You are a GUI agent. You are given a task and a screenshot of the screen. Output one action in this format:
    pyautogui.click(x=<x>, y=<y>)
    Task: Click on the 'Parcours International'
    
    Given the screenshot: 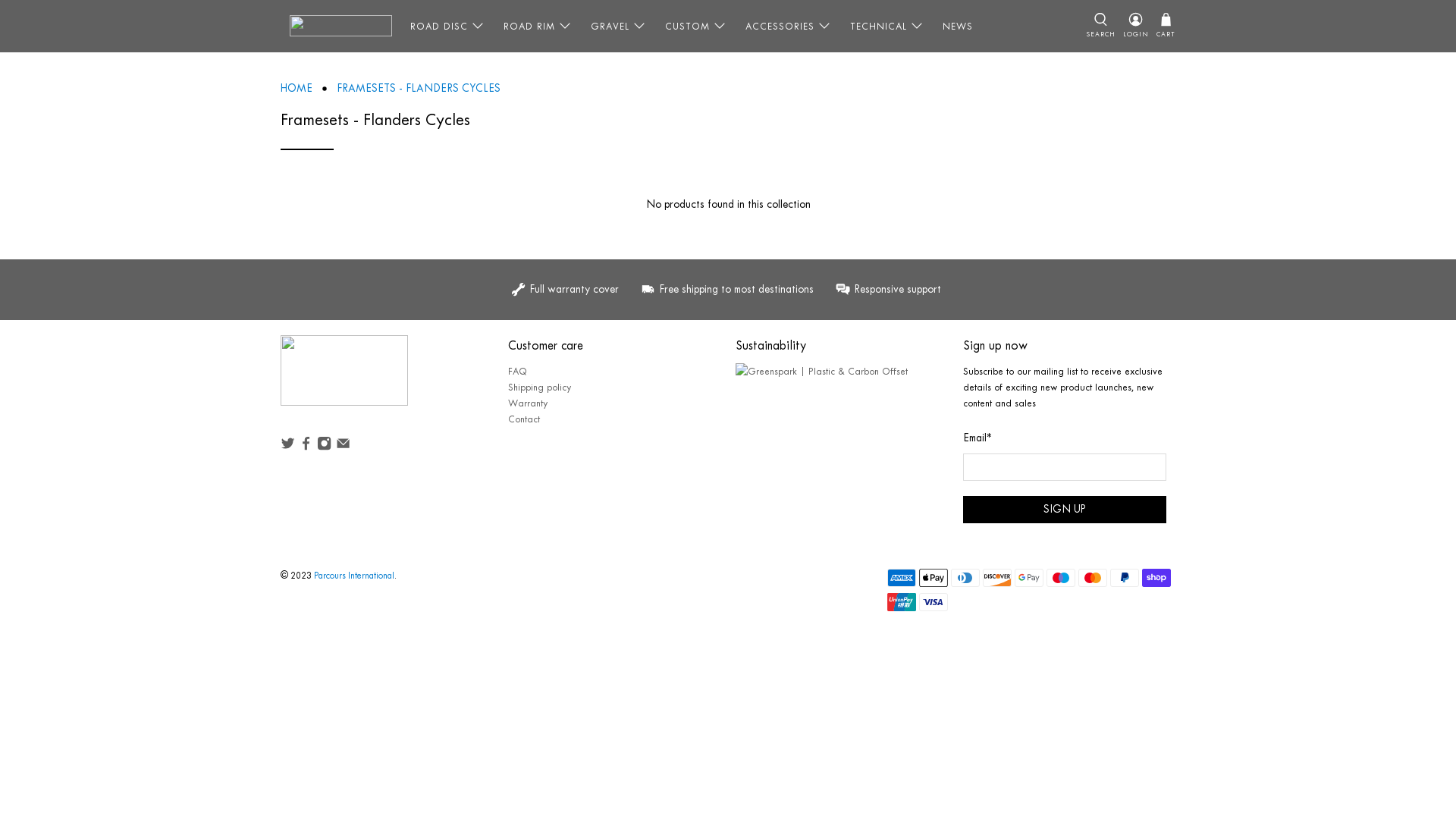 What is the action you would take?
    pyautogui.click(x=344, y=377)
    